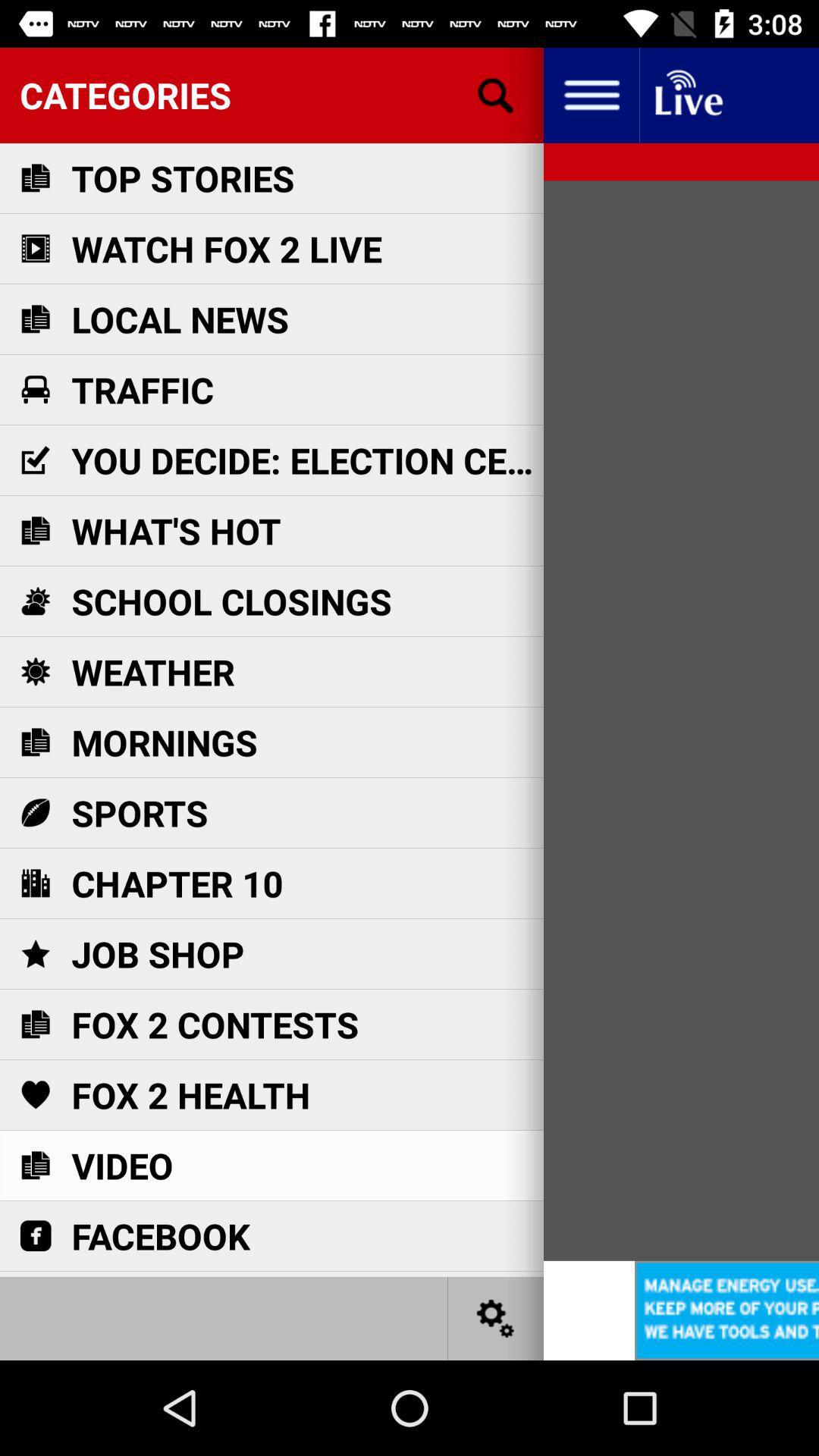  What do you see at coordinates (496, 94) in the screenshot?
I see `the search icon` at bounding box center [496, 94].